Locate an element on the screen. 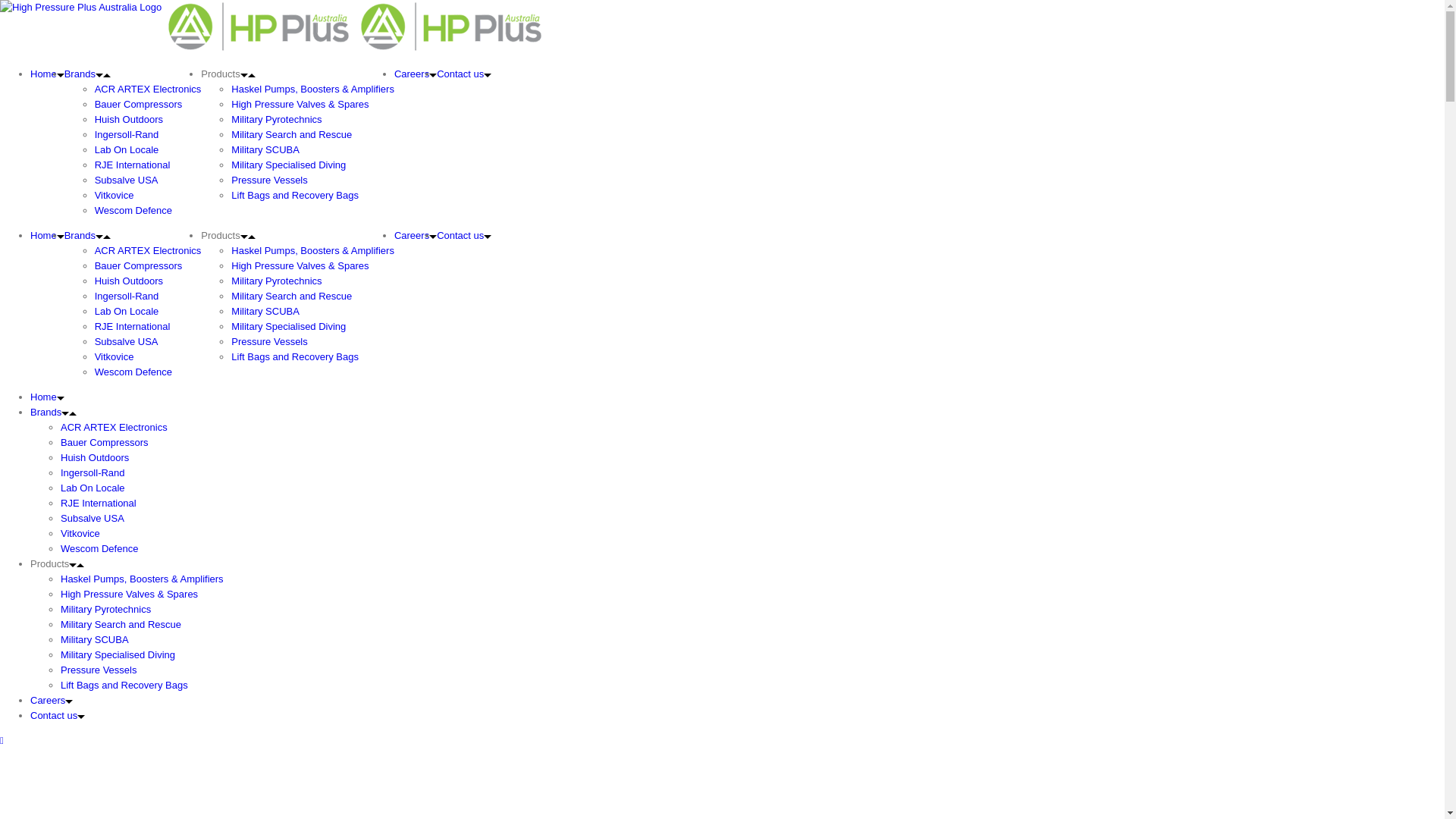 The image size is (1456, 819). 'Wescom Defence' is located at coordinates (93, 210).